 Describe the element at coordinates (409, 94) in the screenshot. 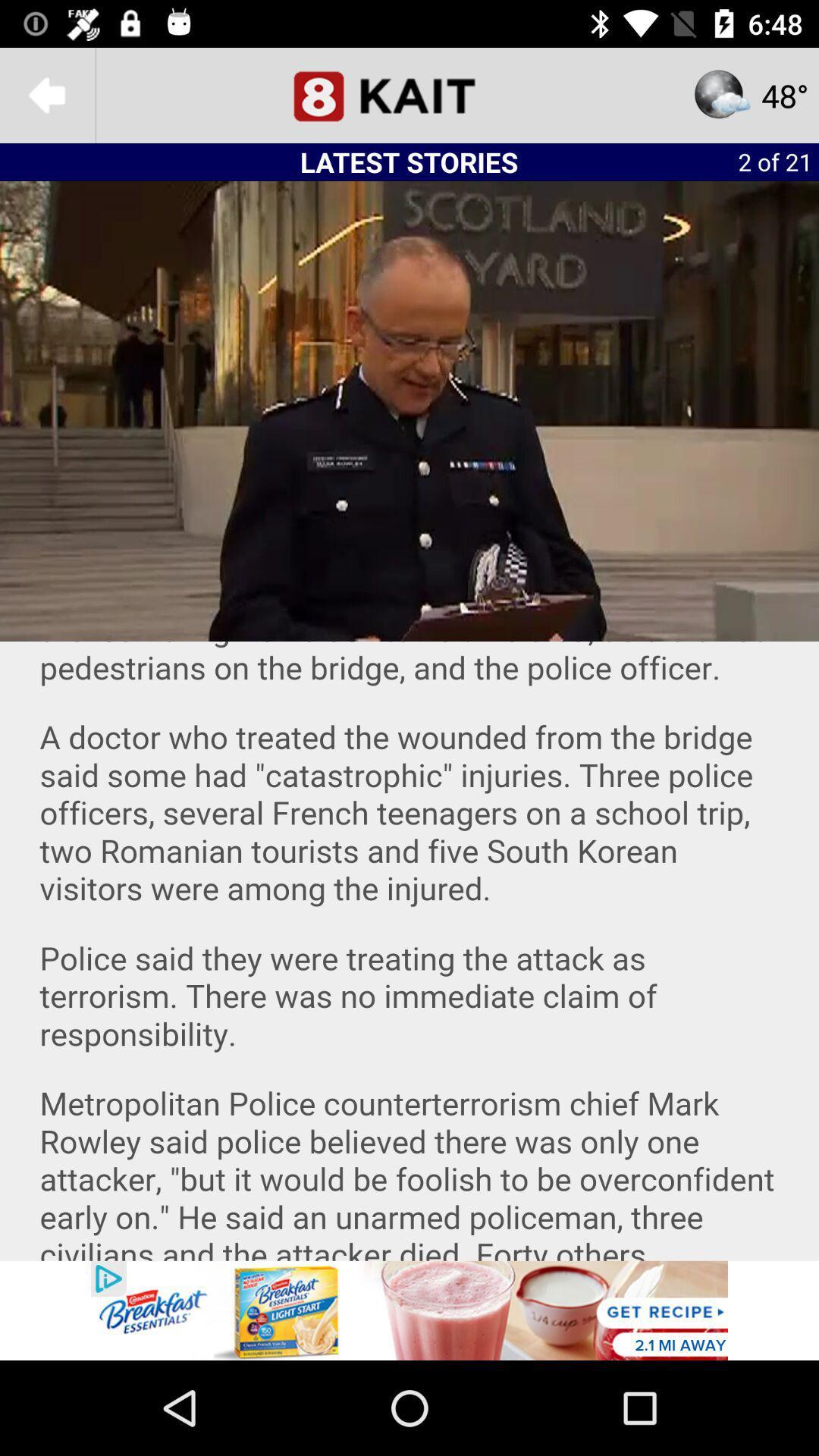

I see `homepage` at that location.